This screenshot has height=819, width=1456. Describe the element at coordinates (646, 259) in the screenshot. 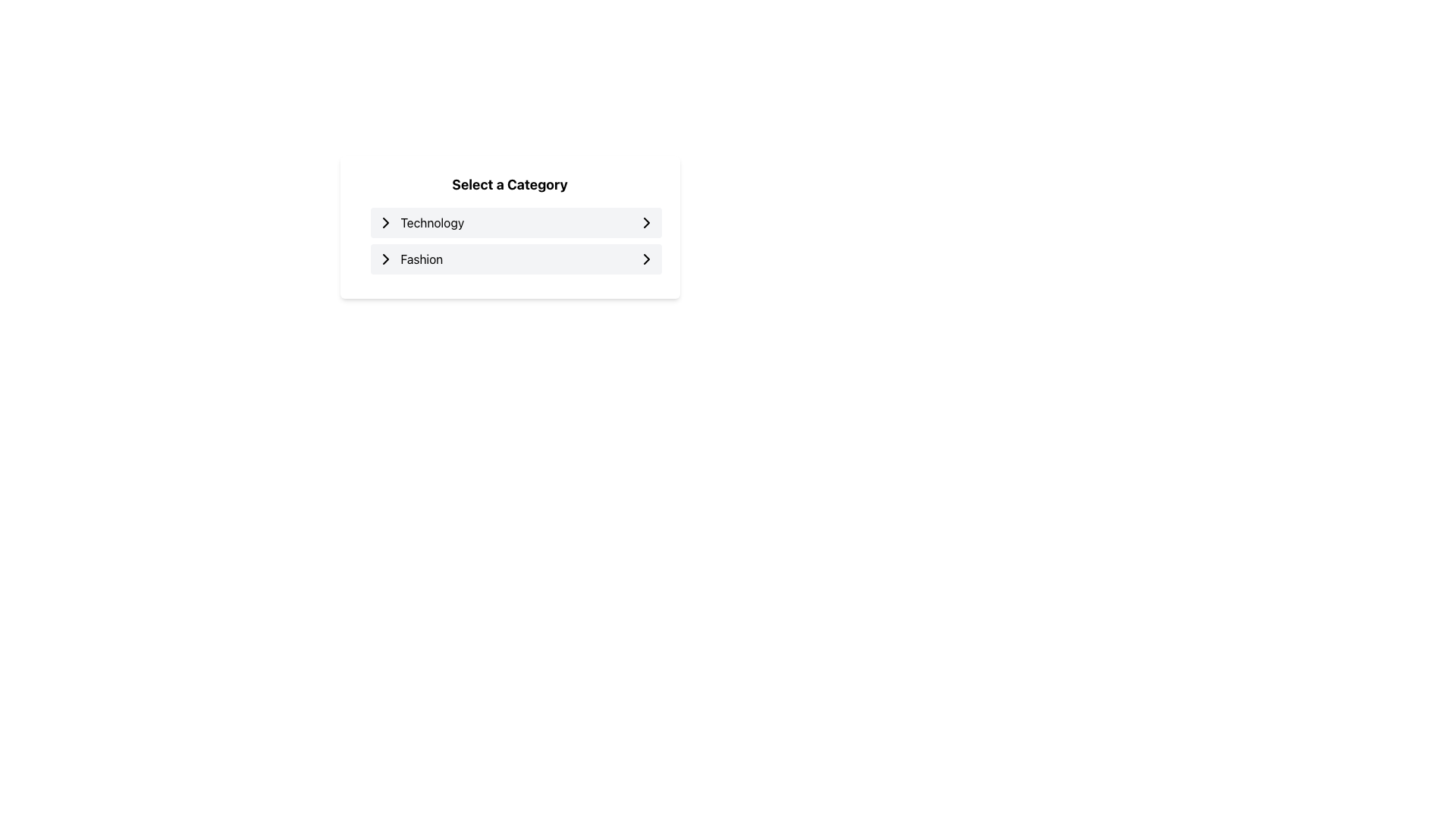

I see `the Chevron or Right Arrow icon next to the 'Fashion' category label` at that location.